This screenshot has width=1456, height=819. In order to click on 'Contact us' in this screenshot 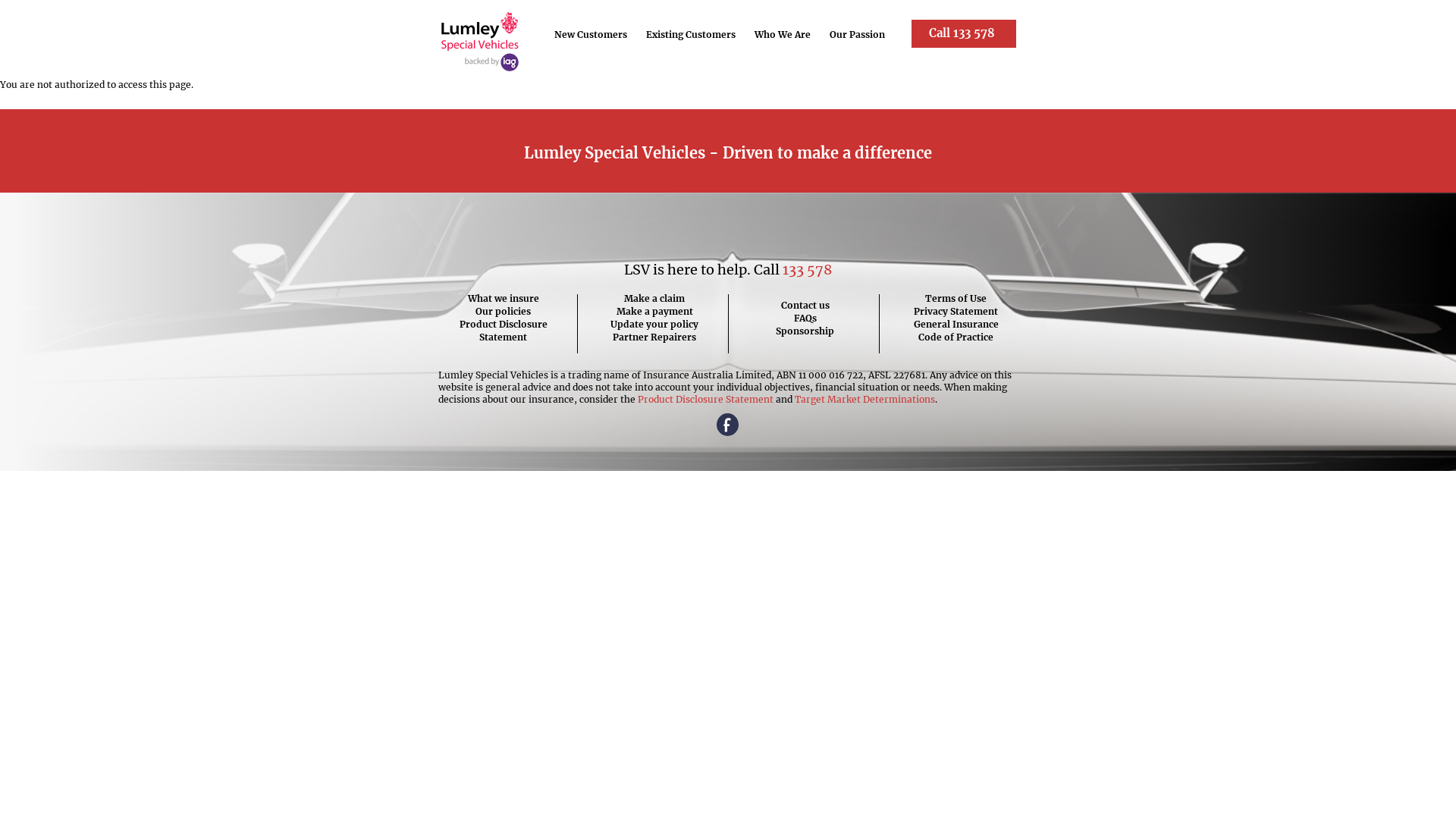, I will do `click(804, 305)`.